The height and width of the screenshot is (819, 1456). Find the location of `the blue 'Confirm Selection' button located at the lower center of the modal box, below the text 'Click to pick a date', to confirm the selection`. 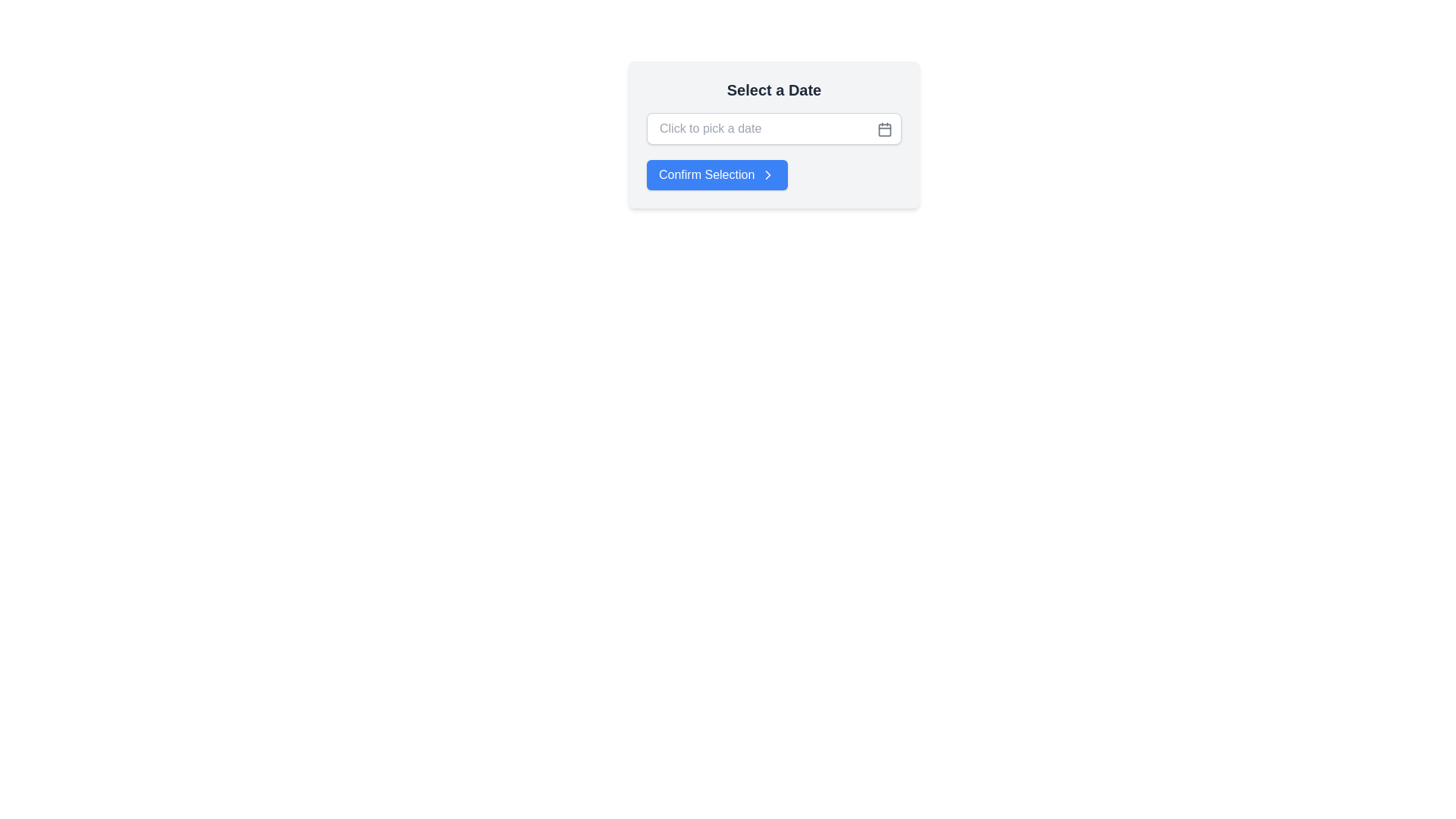

the blue 'Confirm Selection' button located at the lower center of the modal box, below the text 'Click to pick a date', to confirm the selection is located at coordinates (774, 174).